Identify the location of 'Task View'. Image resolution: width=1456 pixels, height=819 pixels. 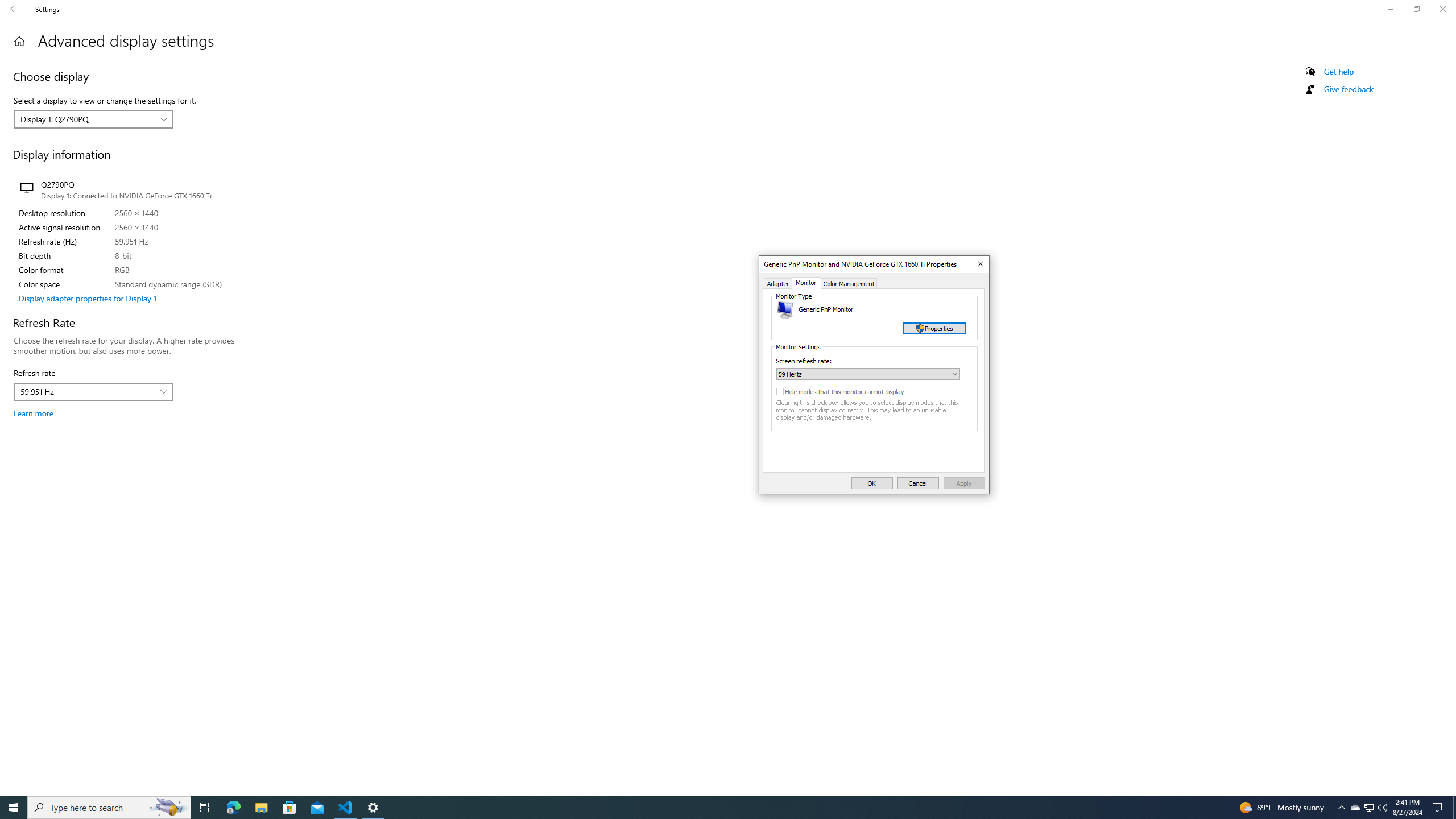
(204, 806).